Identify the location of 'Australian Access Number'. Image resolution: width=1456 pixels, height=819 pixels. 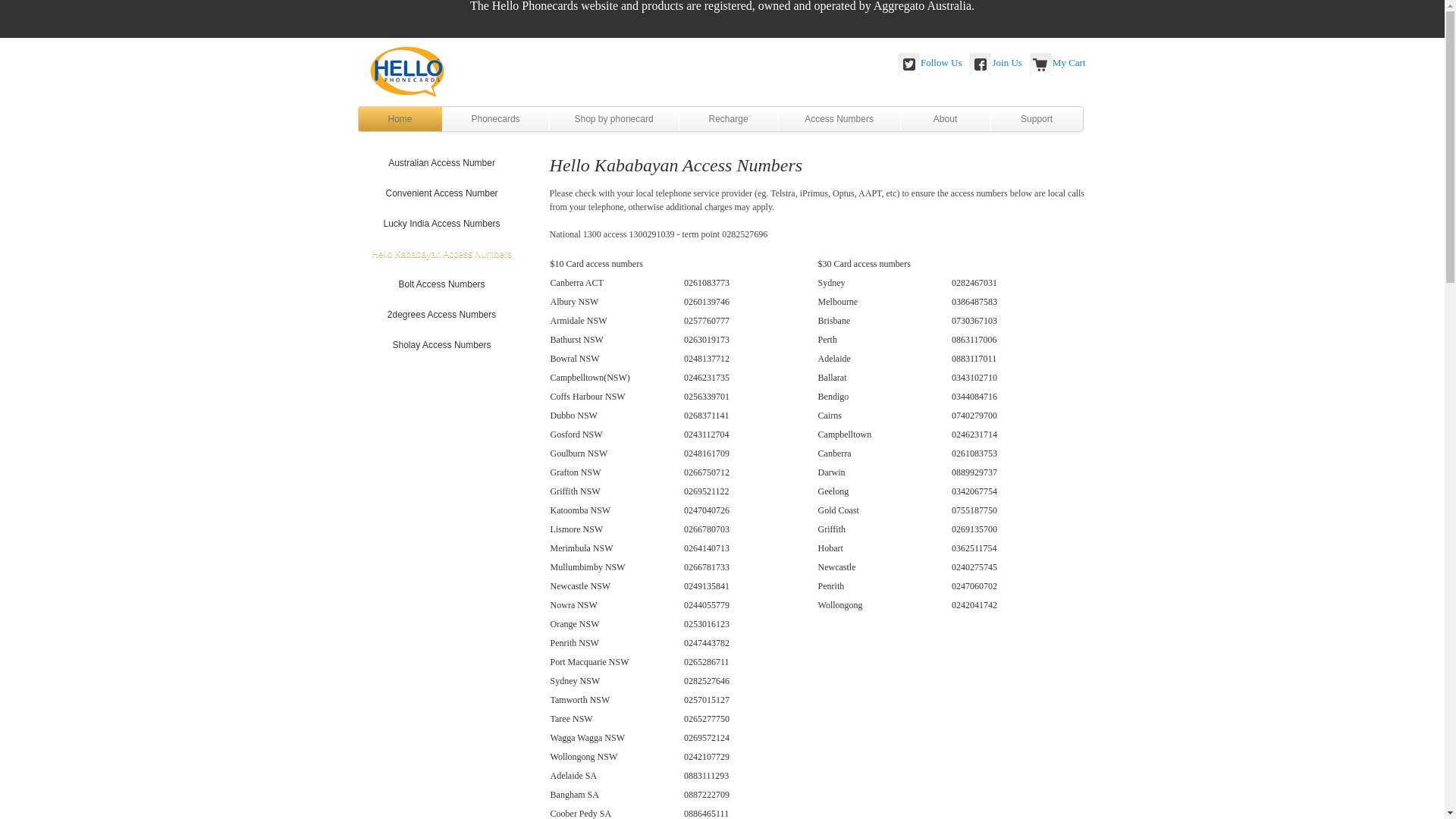
(358, 163).